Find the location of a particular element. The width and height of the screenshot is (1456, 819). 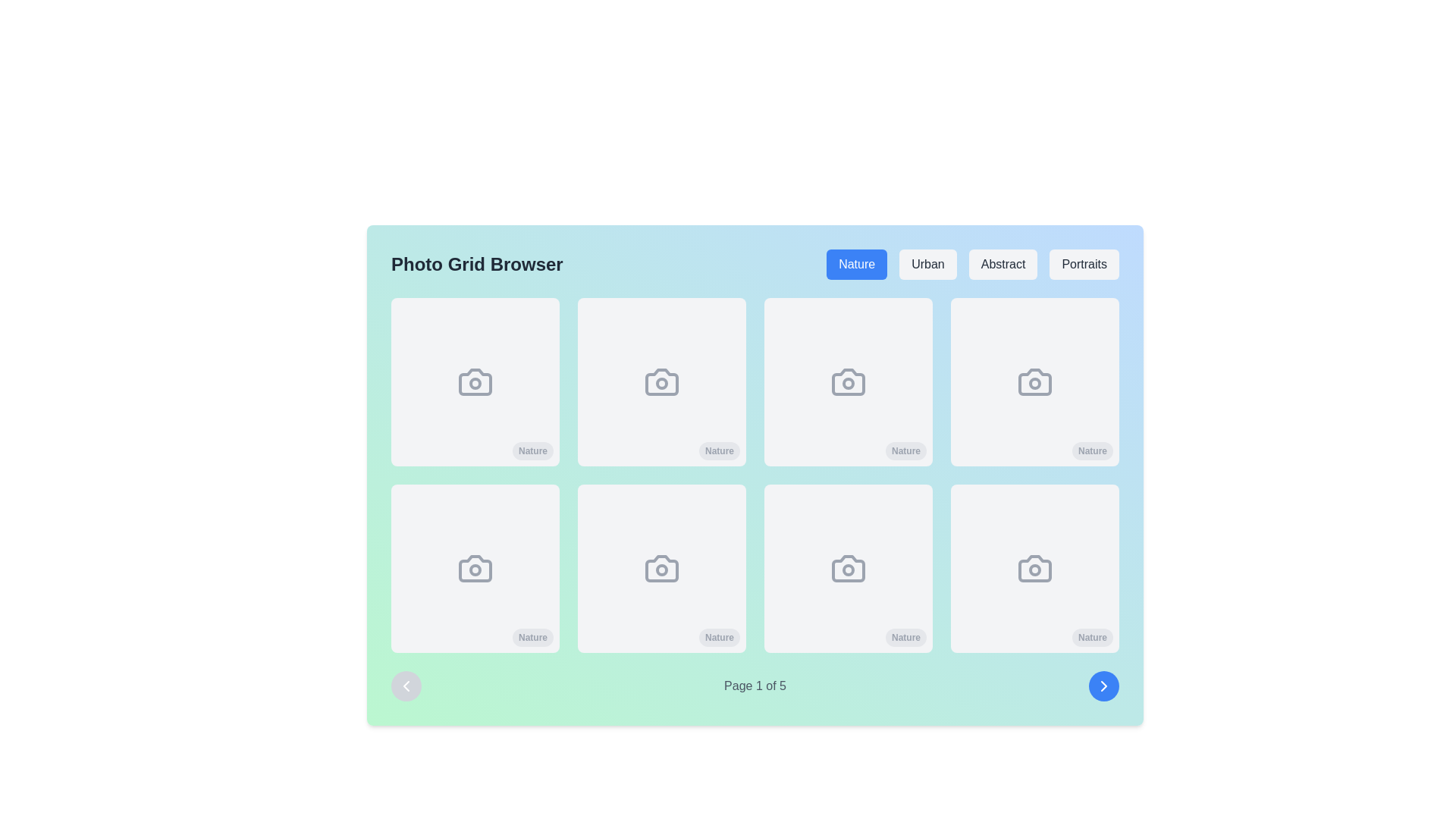

the 'Urban' button is located at coordinates (927, 263).